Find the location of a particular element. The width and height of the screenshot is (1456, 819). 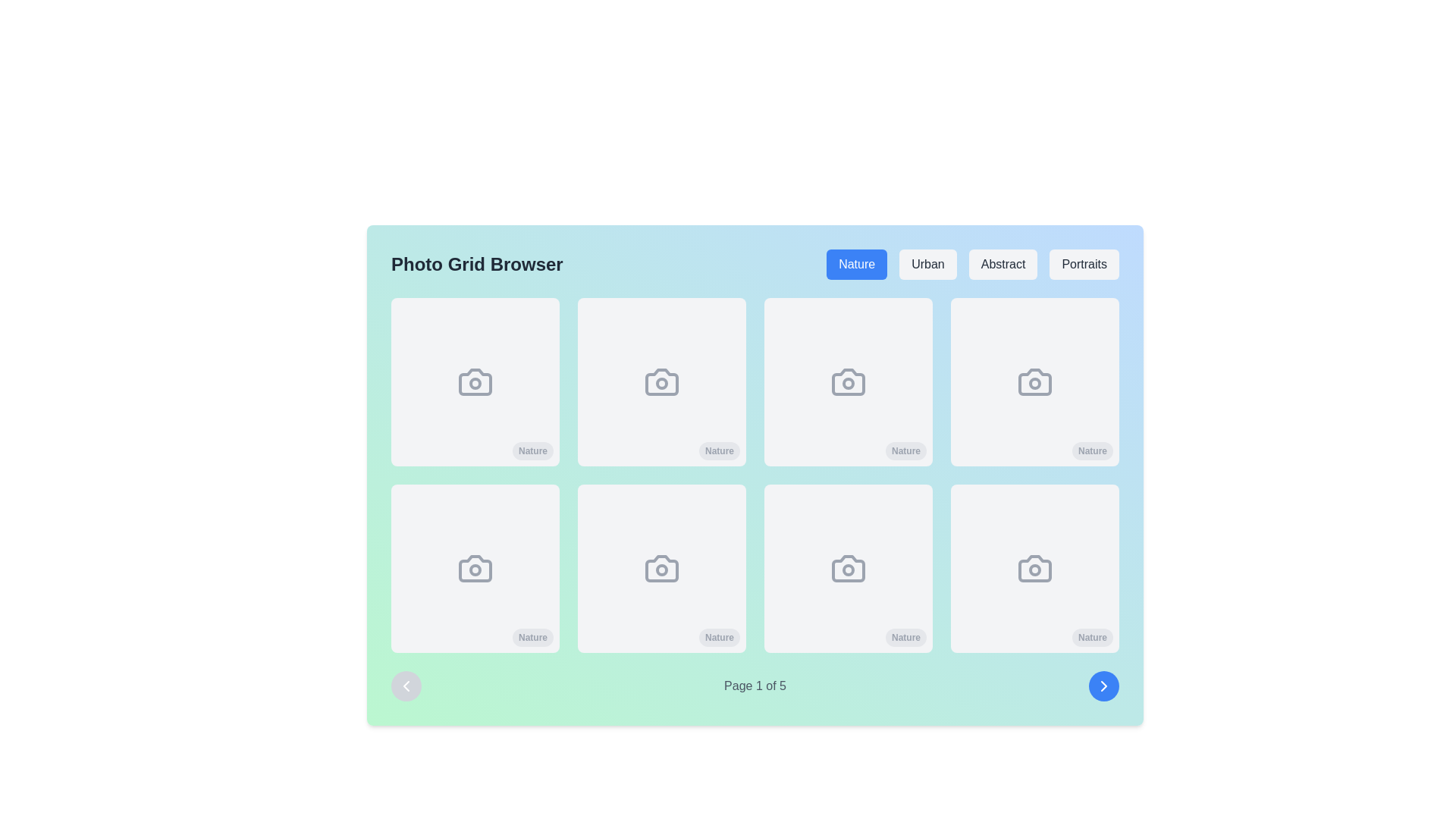

the 'Urban' button is located at coordinates (927, 263).